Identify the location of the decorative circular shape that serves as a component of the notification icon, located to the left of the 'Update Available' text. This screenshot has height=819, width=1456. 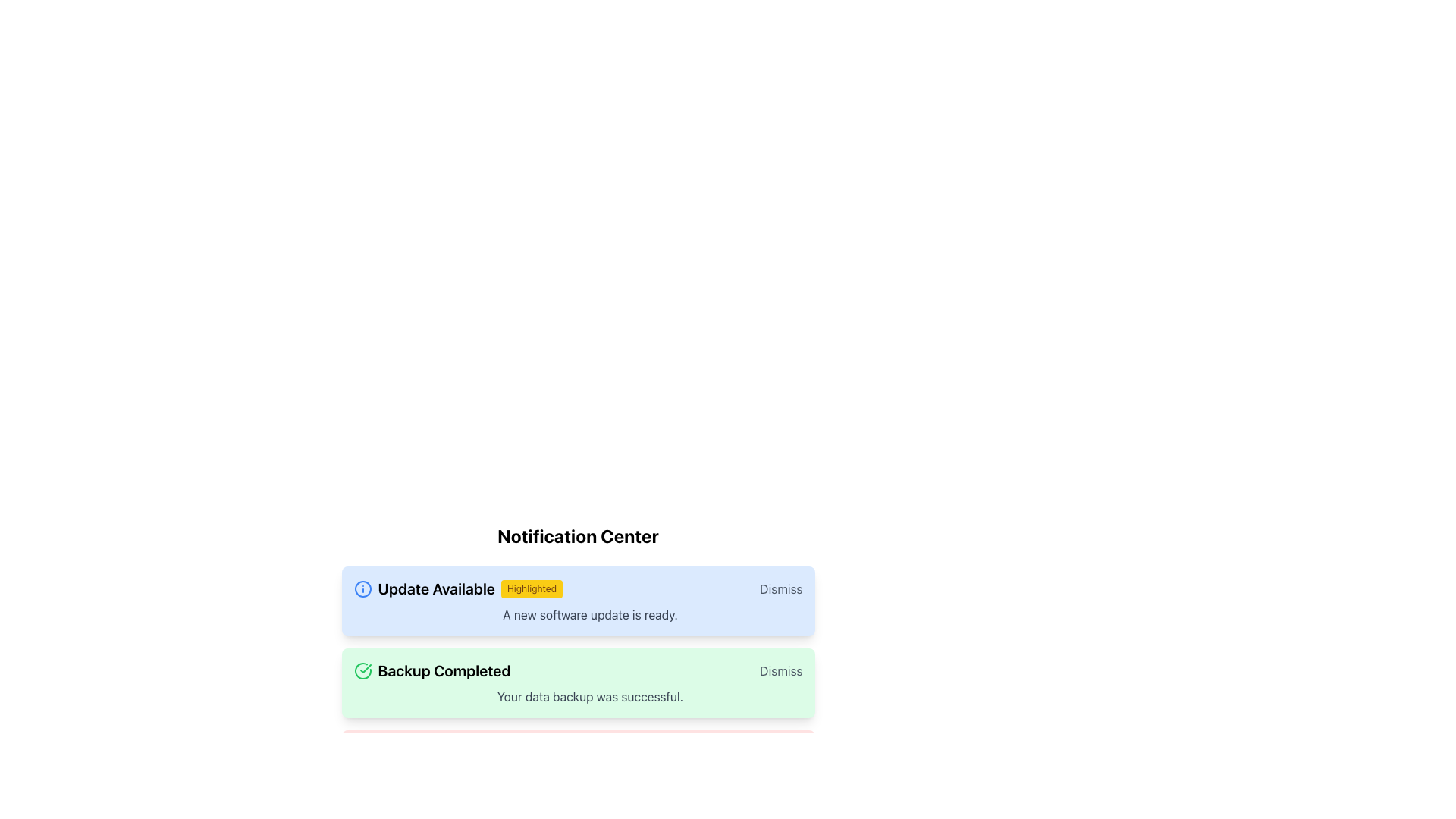
(362, 588).